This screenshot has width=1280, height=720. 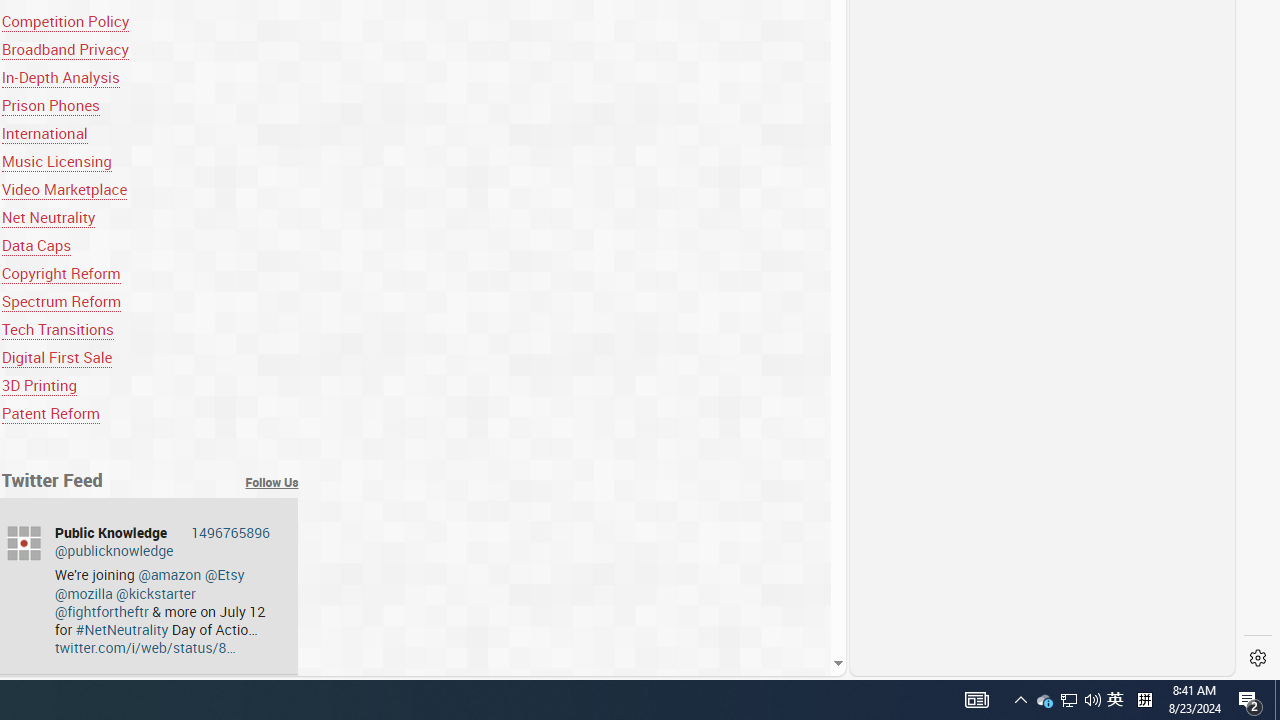 I want to click on 'Prison Phones', so click(x=50, y=105).